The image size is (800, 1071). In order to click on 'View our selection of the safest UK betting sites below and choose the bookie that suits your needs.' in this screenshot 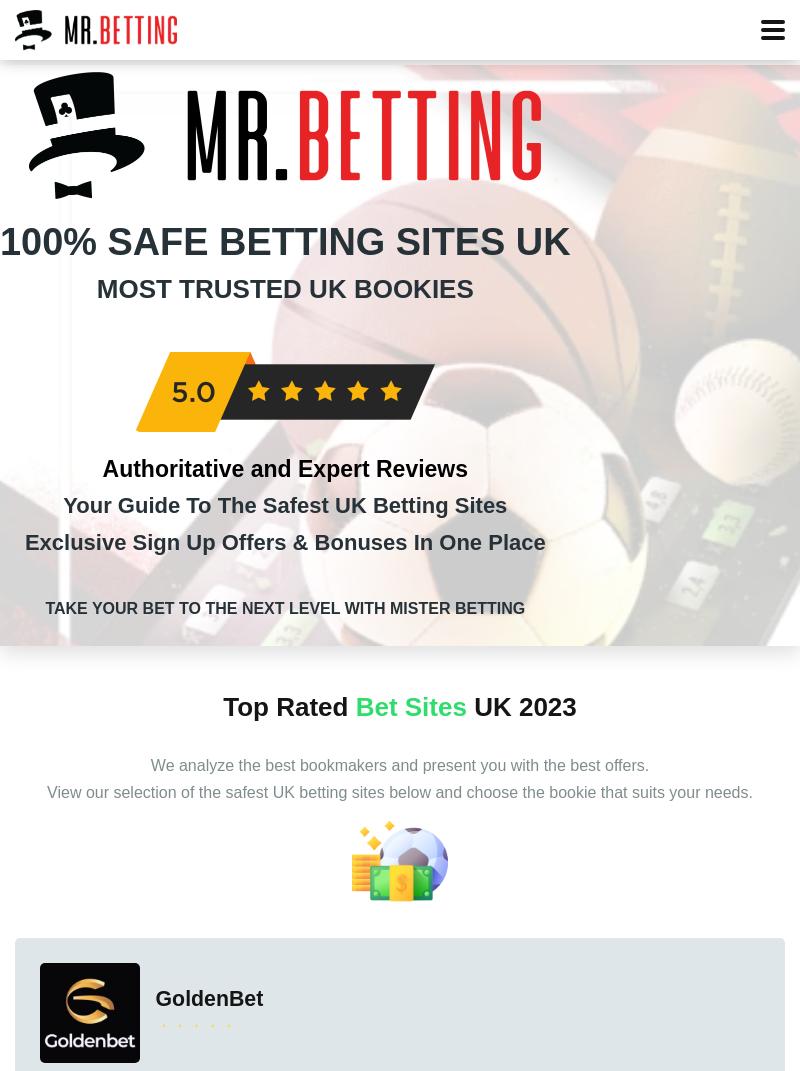, I will do `click(398, 790)`.